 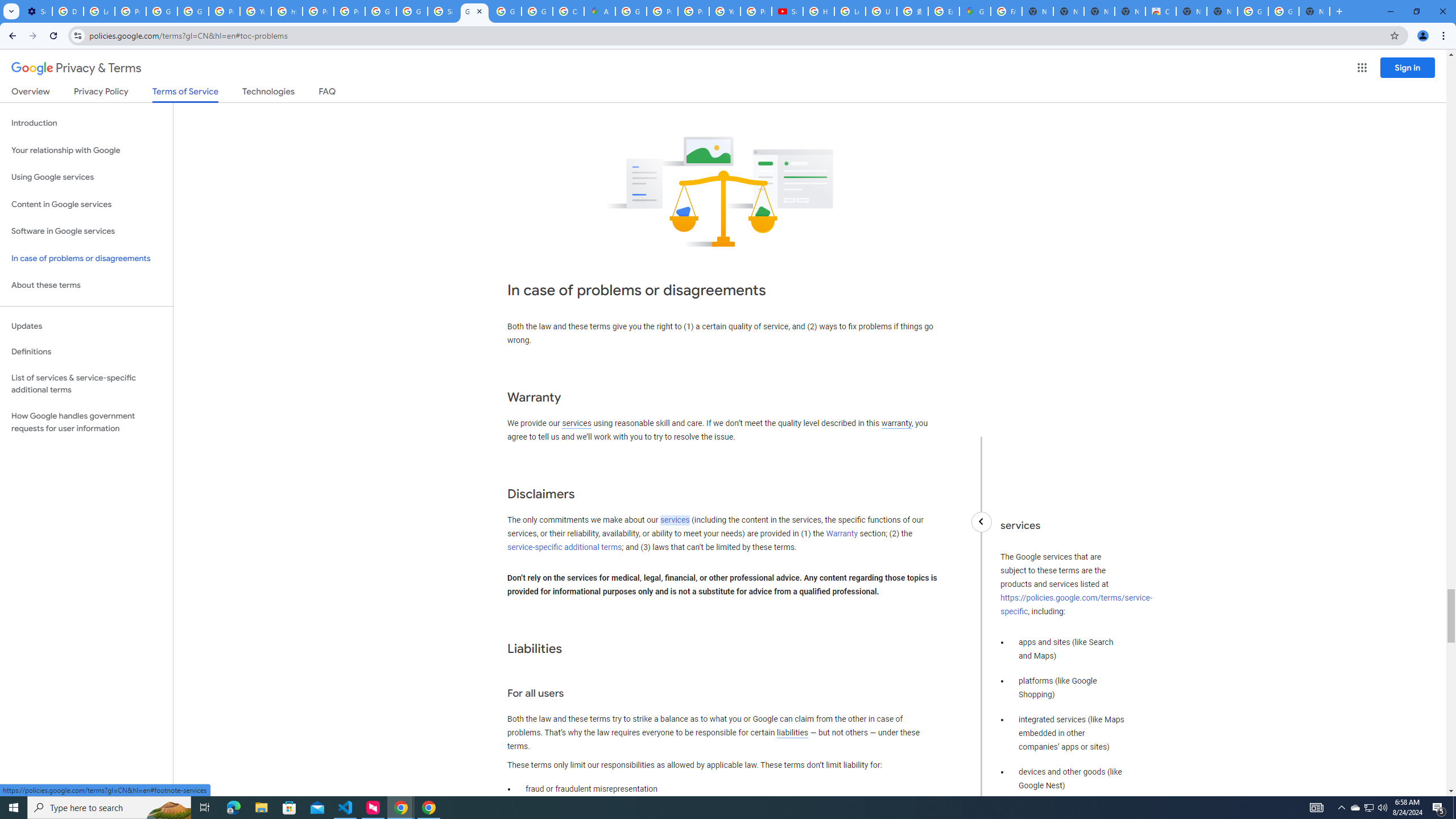 What do you see at coordinates (787, 11) in the screenshot?
I see `'Subscriptions - YouTube'` at bounding box center [787, 11].